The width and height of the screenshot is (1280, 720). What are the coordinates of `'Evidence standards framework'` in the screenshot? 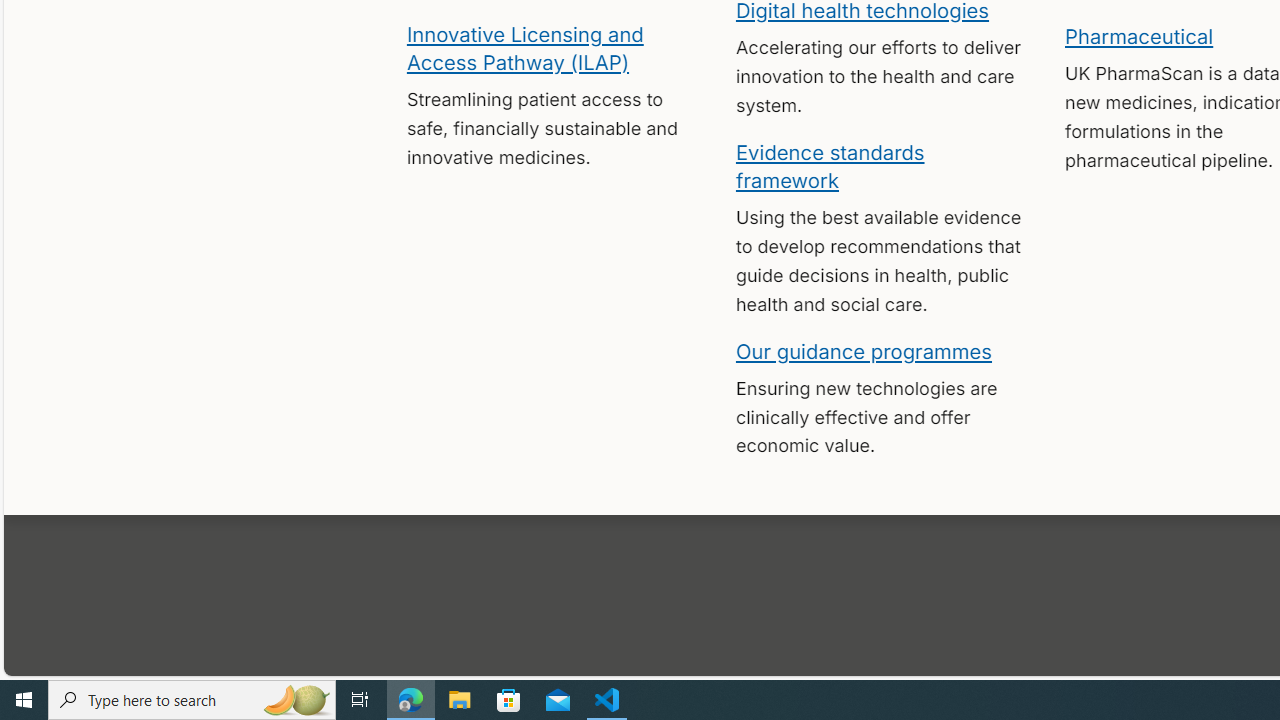 It's located at (830, 164).